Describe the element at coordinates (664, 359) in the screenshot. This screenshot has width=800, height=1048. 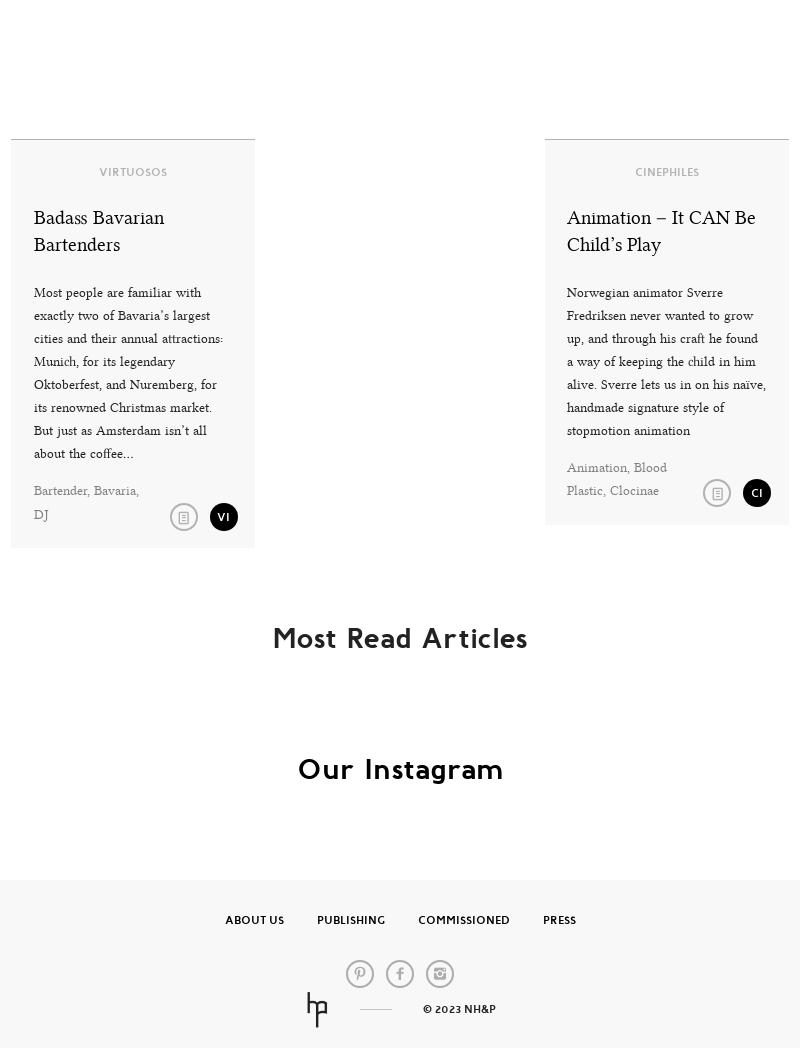
I see `'Norwegian animator Sverre Fredriksen never wanted to grow up, and through his craft he found a way of keeping the child in him alive. Sverre lets us in on his naïve, handmade signature style of stopmotion animation'` at that location.